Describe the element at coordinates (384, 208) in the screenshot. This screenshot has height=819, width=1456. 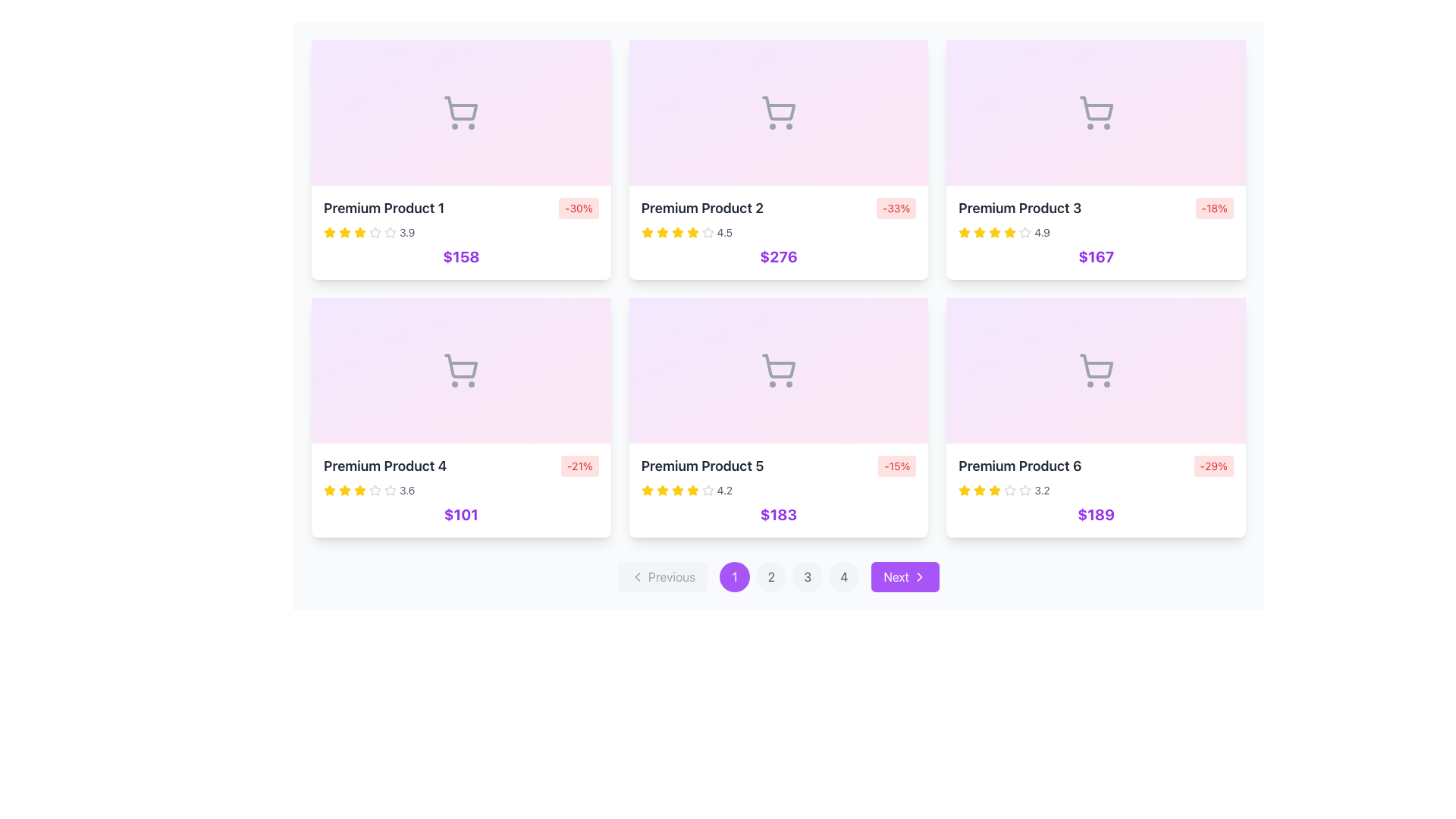
I see `the product name text label located at the top-left of the card, just below the shopping cart icon` at that location.